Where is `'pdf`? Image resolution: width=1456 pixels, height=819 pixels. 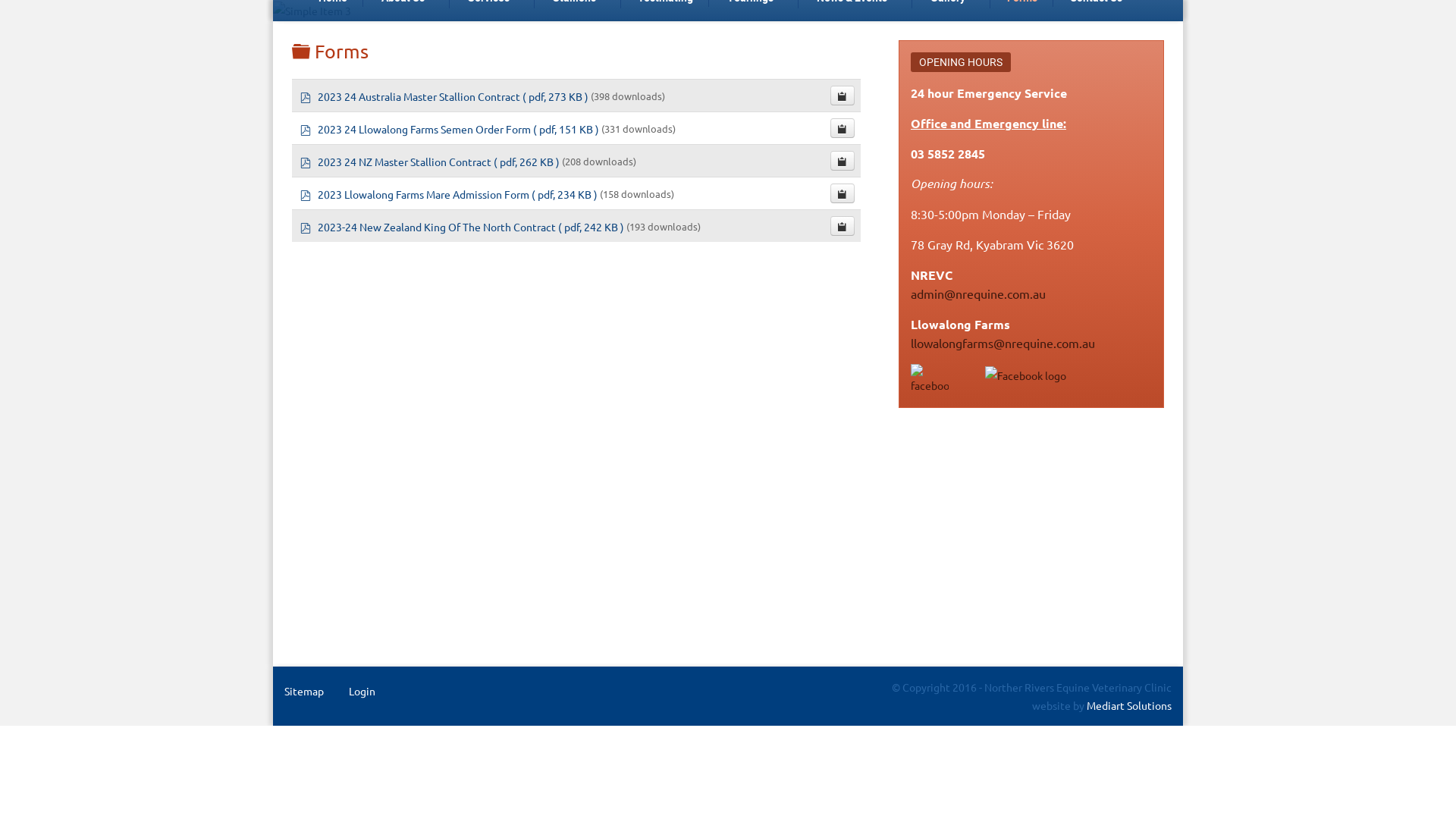 'pdf is located at coordinates (450, 127).